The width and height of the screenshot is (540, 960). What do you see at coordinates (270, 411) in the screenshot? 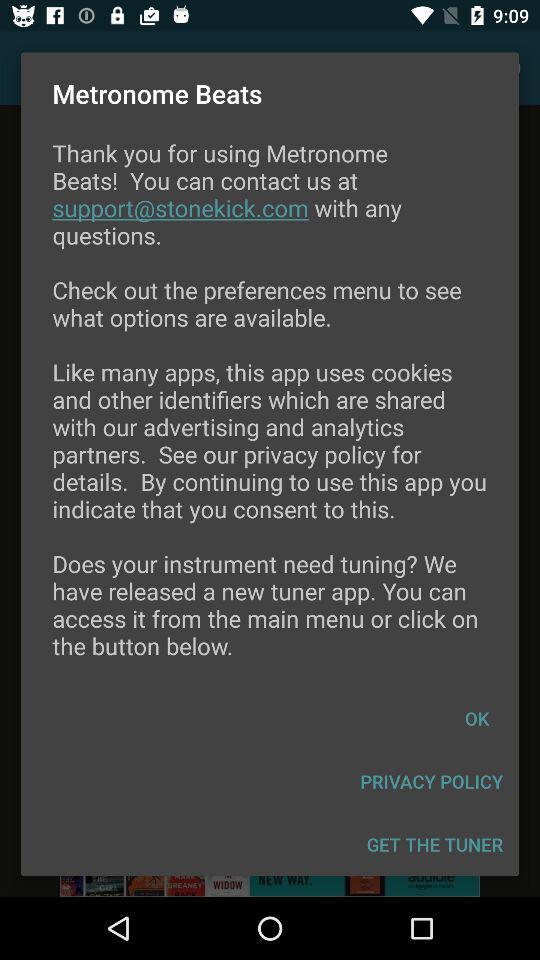
I see `the item at the center` at bounding box center [270, 411].